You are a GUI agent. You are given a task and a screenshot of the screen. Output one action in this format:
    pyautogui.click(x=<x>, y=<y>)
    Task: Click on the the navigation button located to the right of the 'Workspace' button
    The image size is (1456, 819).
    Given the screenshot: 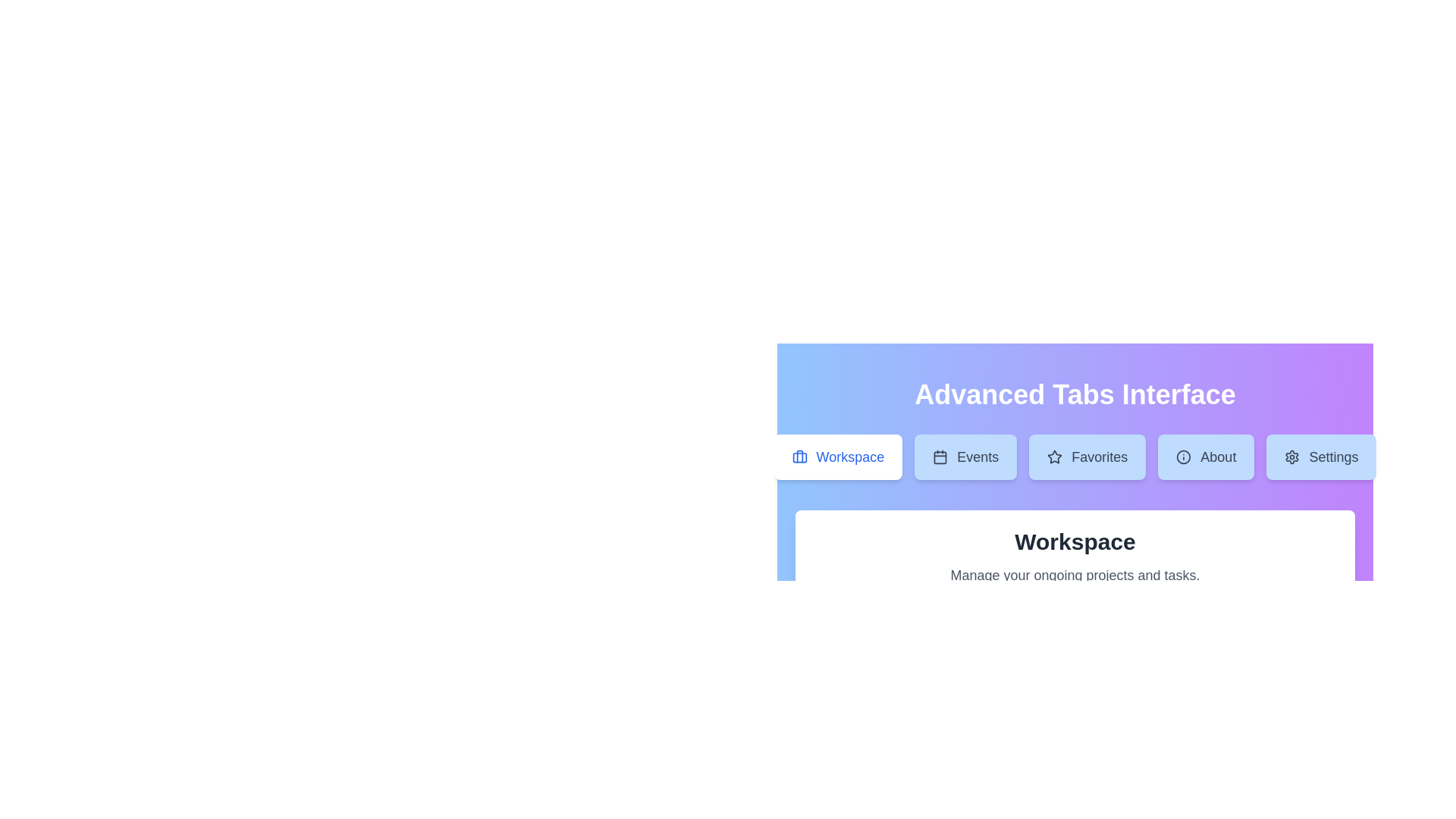 What is the action you would take?
    pyautogui.click(x=965, y=456)
    